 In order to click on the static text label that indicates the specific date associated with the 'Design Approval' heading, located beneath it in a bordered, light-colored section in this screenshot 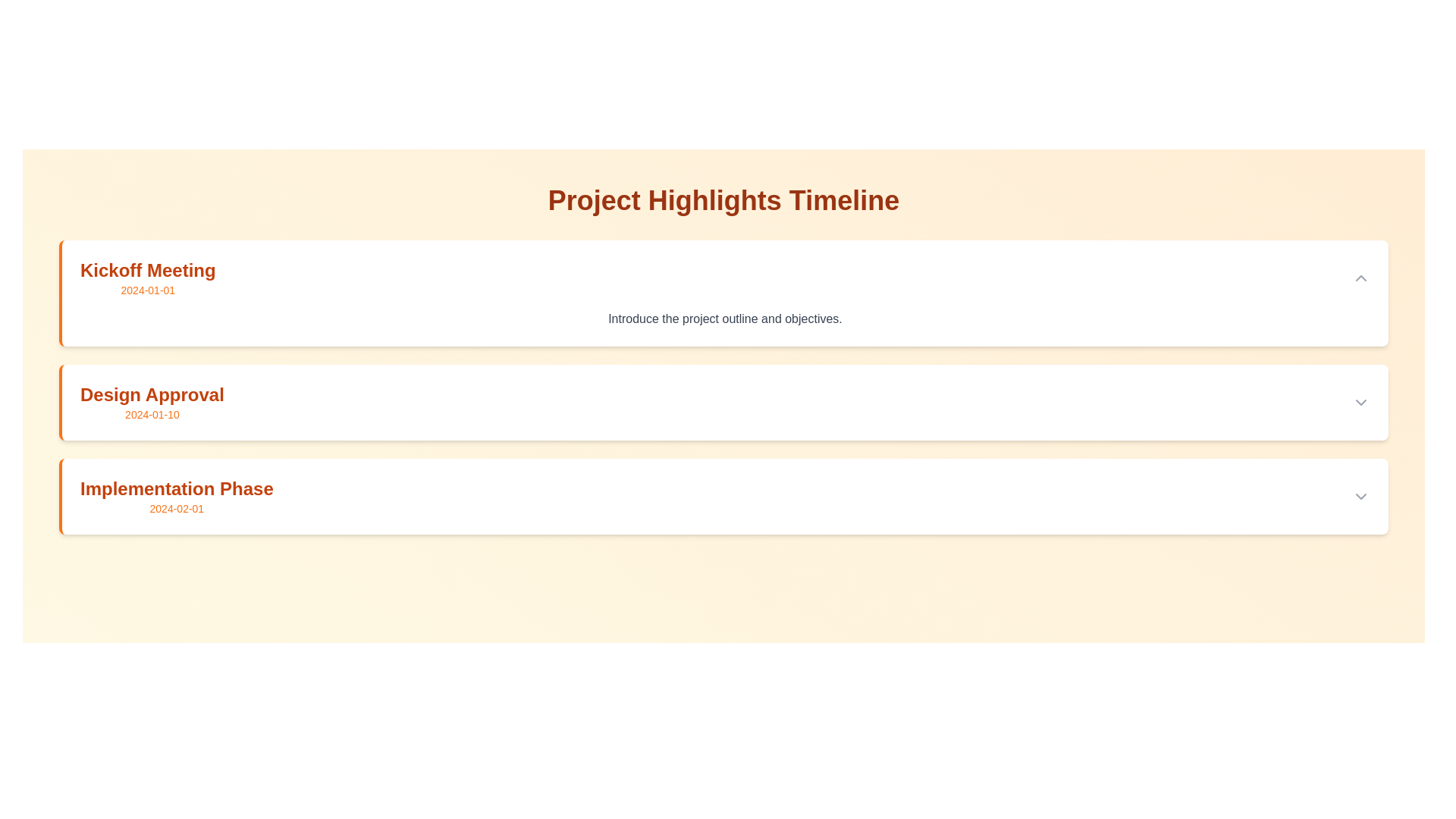, I will do `click(152, 415)`.